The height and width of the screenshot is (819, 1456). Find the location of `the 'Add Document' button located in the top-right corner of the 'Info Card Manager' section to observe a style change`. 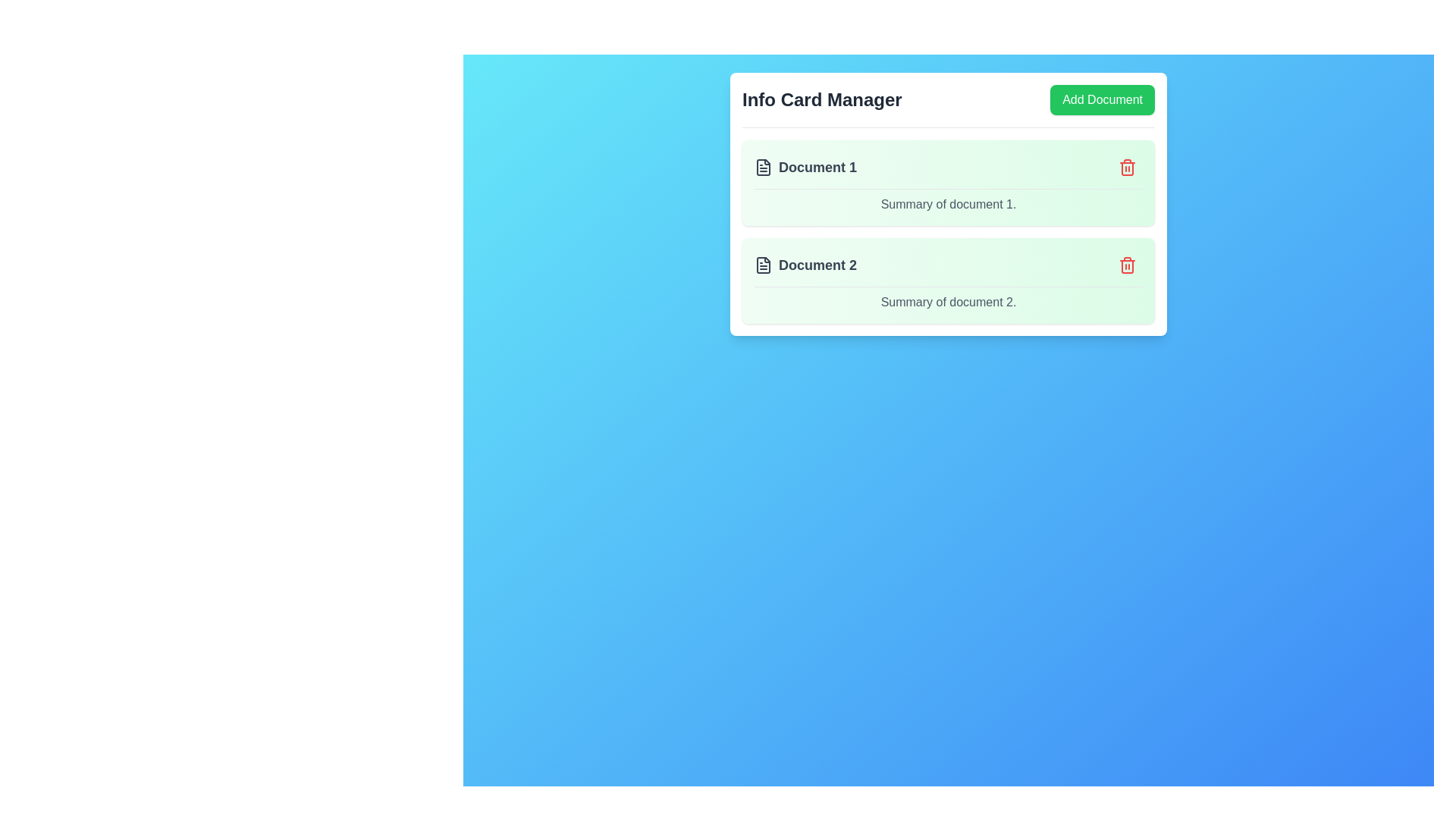

the 'Add Document' button located in the top-right corner of the 'Info Card Manager' section to observe a style change is located at coordinates (1103, 99).